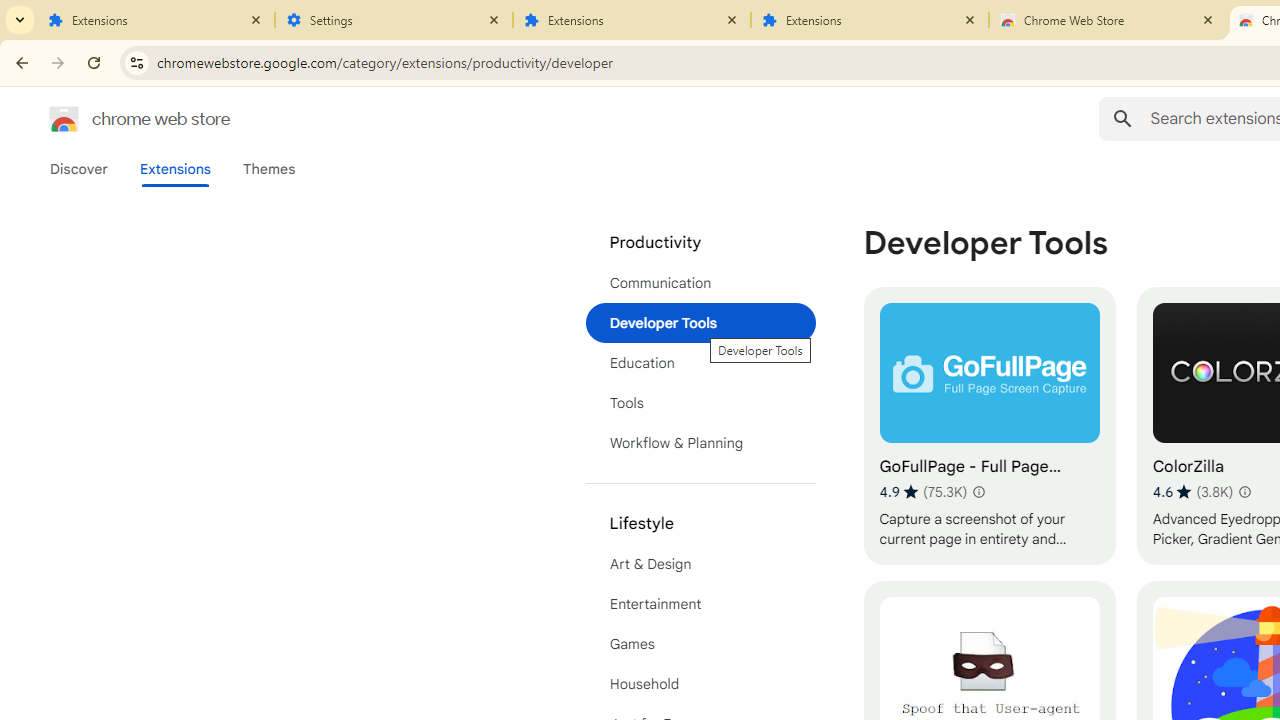 This screenshot has height=720, width=1280. What do you see at coordinates (118, 119) in the screenshot?
I see `'Chrome Web Store logo chrome web store'` at bounding box center [118, 119].